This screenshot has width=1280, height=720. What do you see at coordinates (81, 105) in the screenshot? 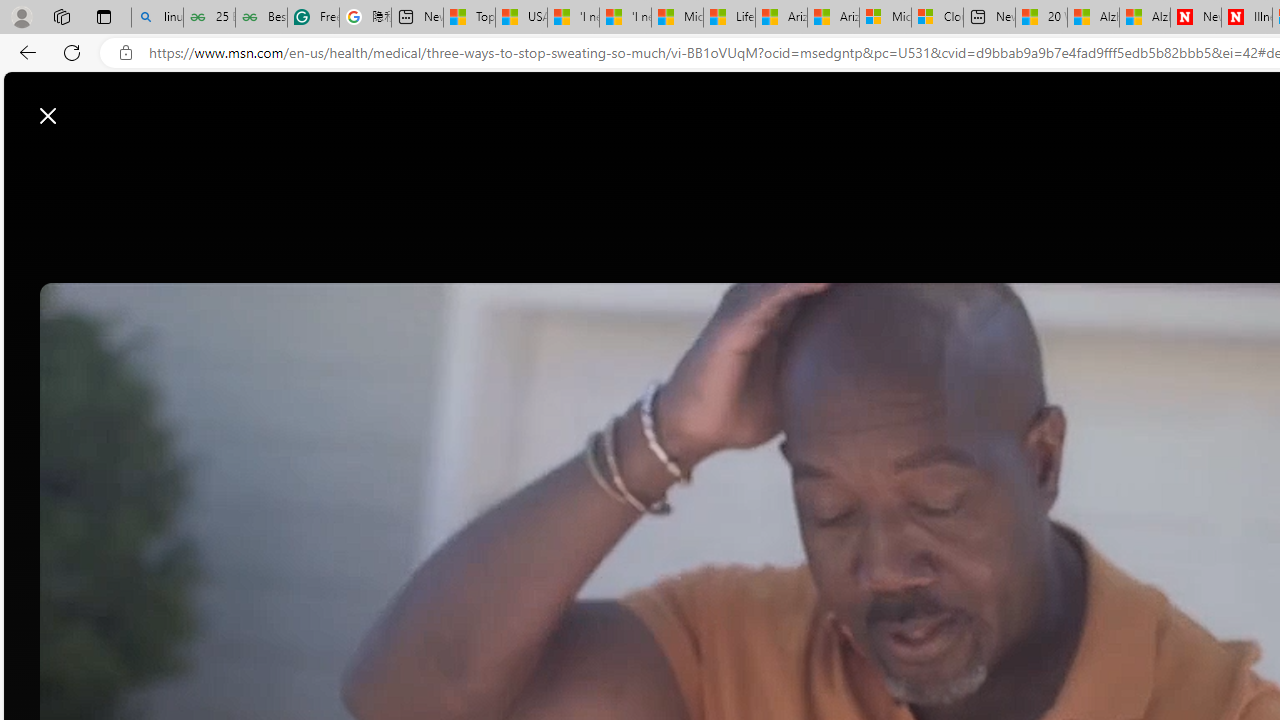
I see `'Skip to footer'` at bounding box center [81, 105].